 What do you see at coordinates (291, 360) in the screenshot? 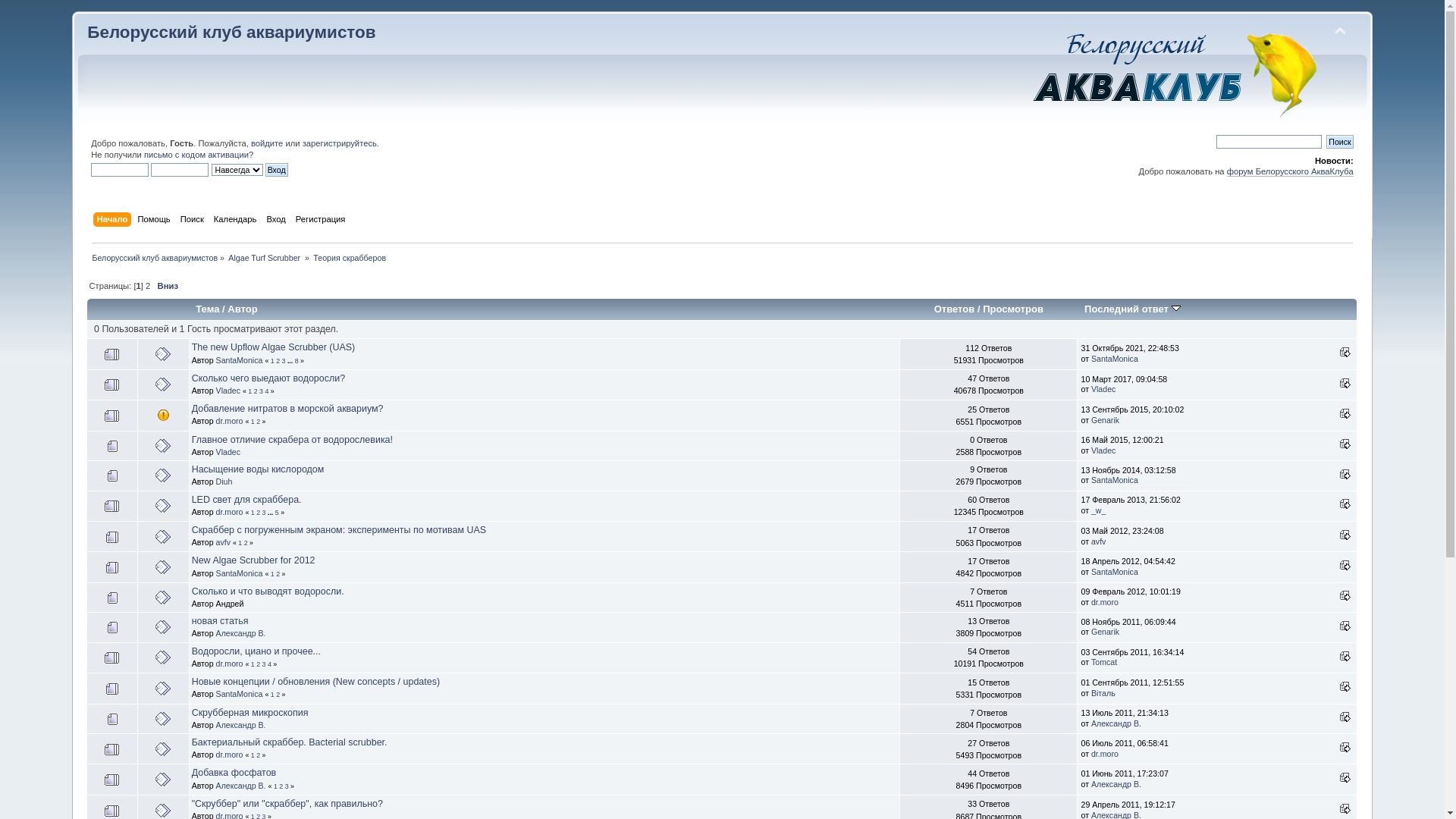
I see `'...'` at bounding box center [291, 360].